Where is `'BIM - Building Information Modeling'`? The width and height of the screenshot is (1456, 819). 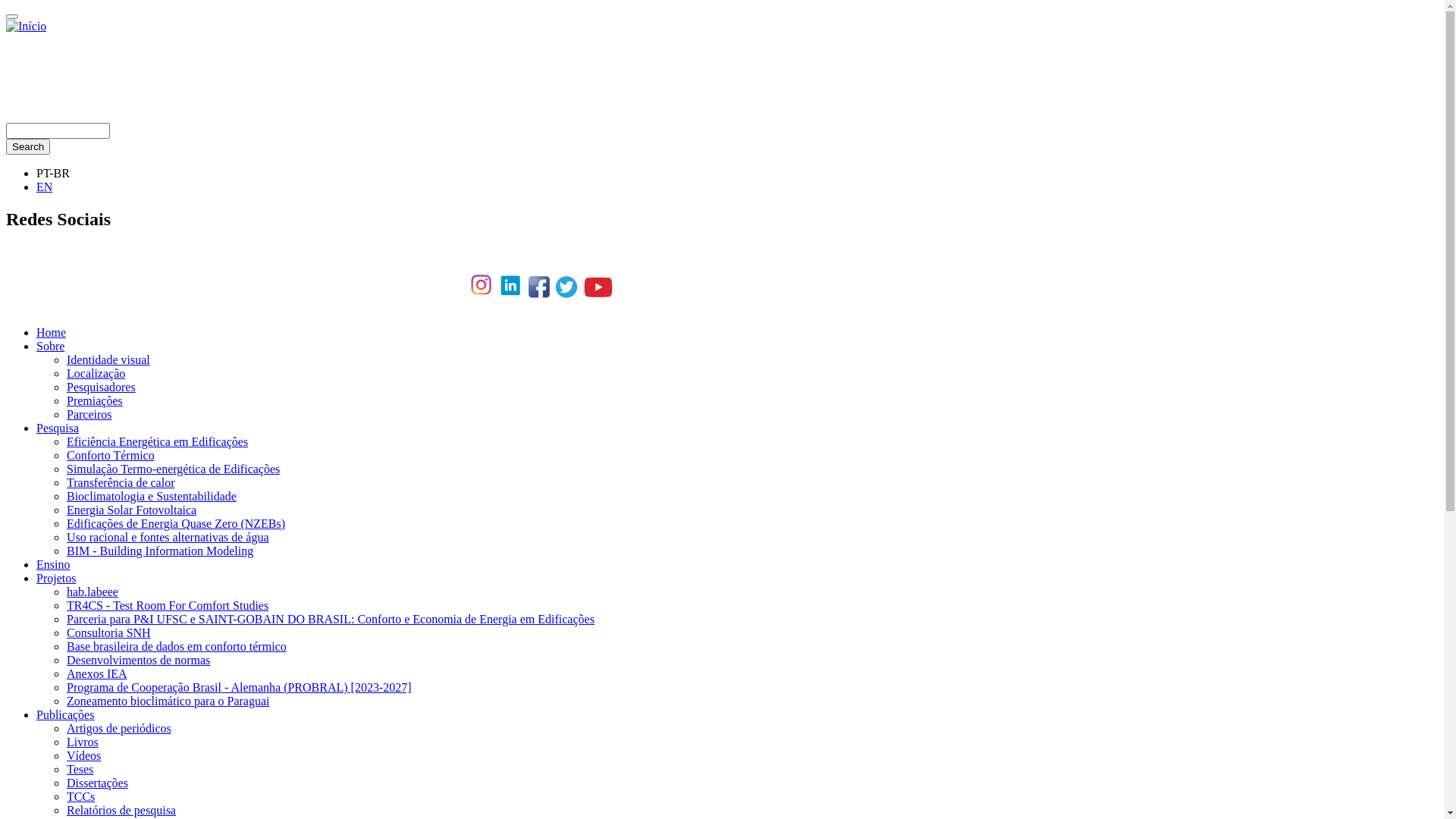
'BIM - Building Information Modeling' is located at coordinates (160, 551).